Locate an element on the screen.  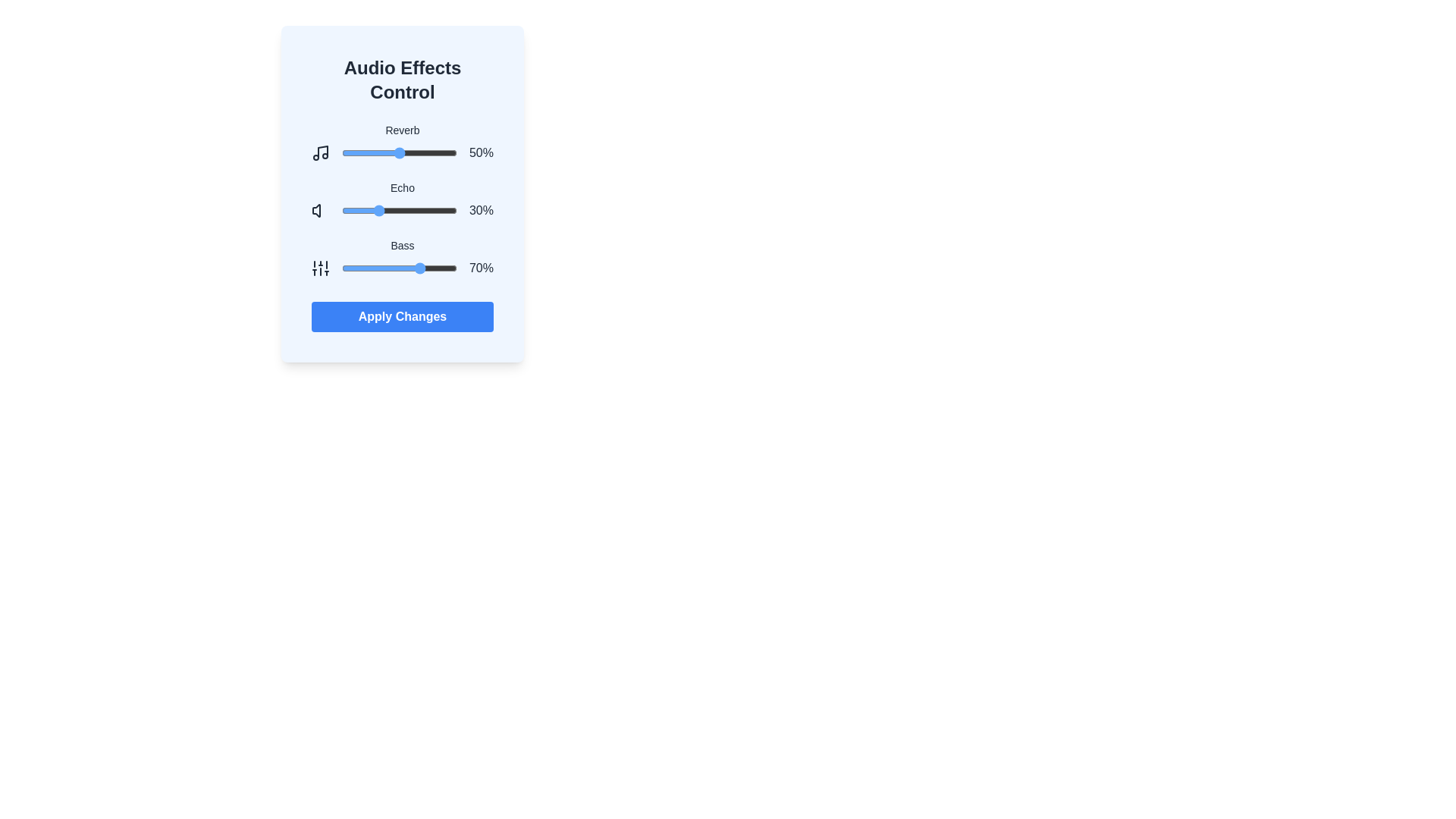
the reverb effect is located at coordinates (418, 152).